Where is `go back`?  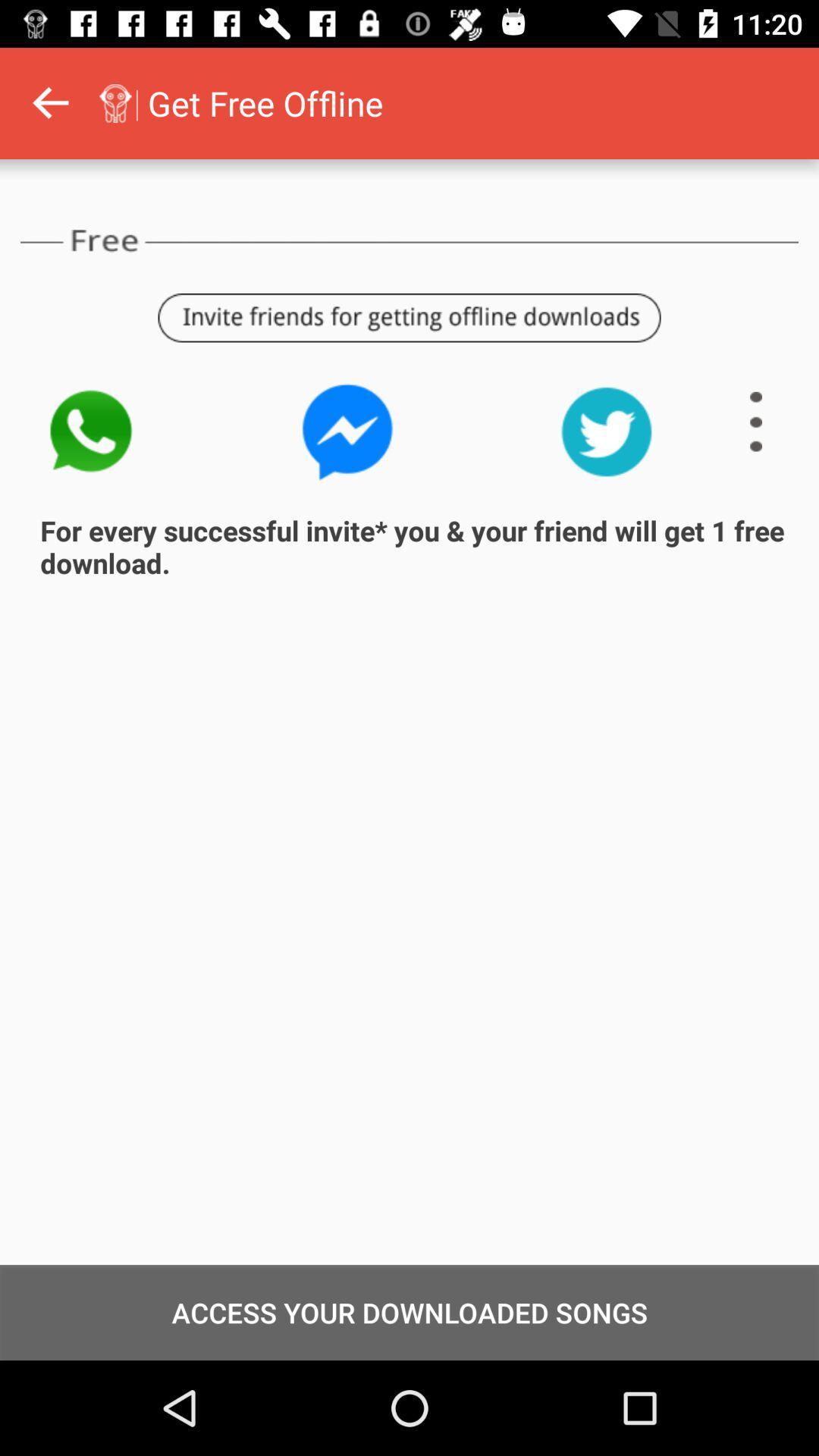
go back is located at coordinates (49, 102).